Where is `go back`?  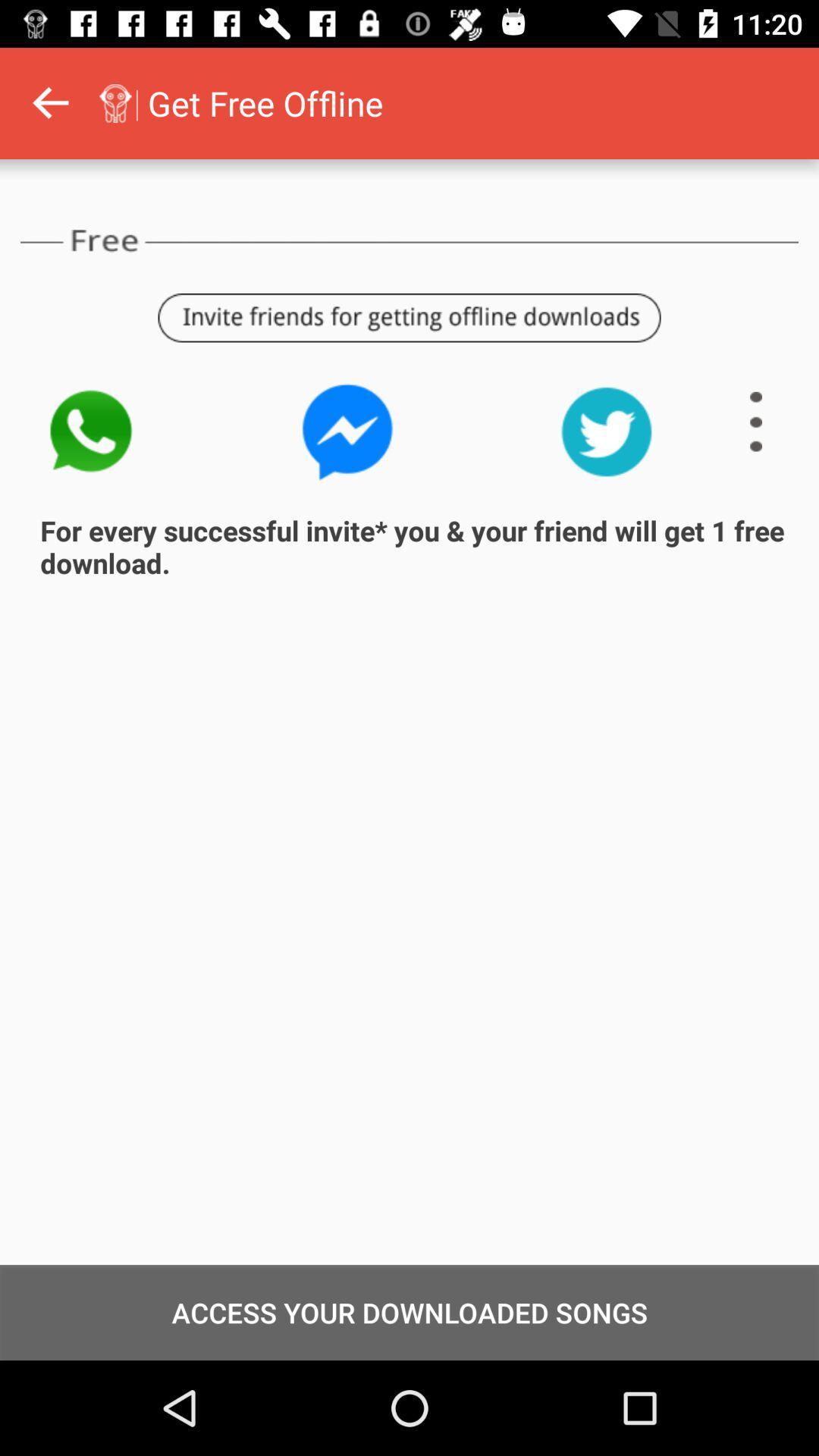
go back is located at coordinates (49, 102).